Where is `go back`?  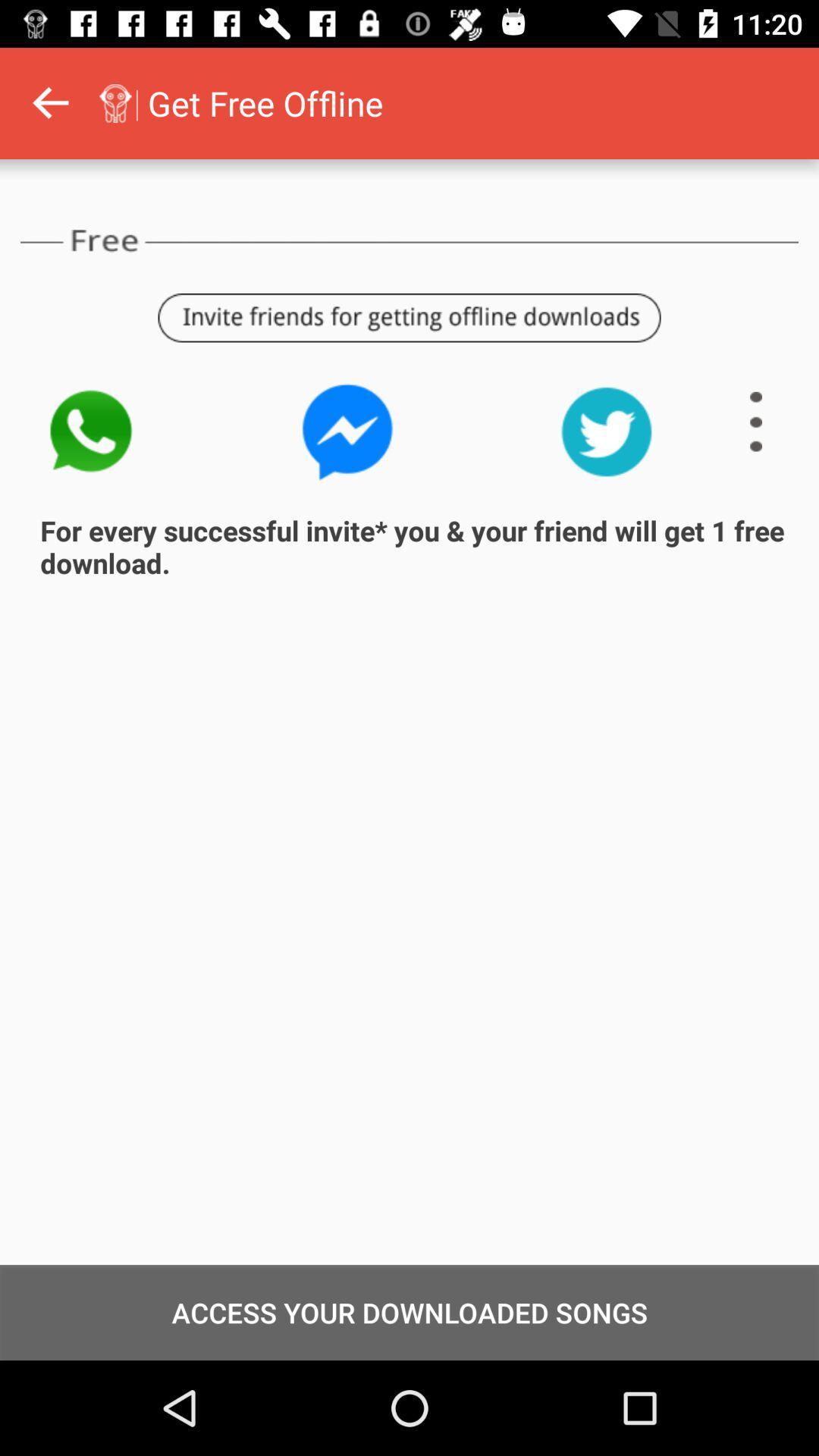
go back is located at coordinates (49, 102).